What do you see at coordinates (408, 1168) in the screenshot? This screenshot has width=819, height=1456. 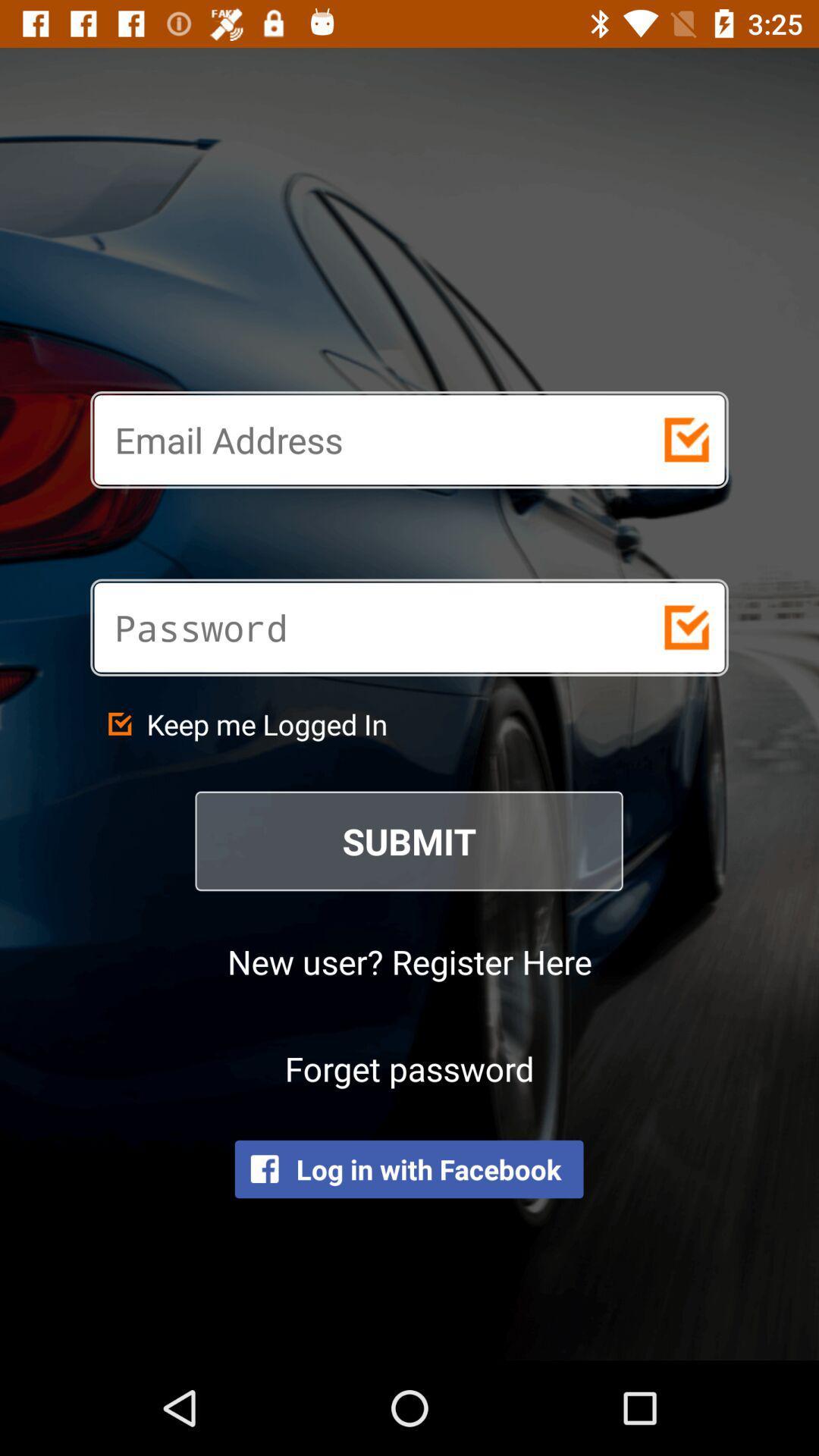 I see `the log in with` at bounding box center [408, 1168].